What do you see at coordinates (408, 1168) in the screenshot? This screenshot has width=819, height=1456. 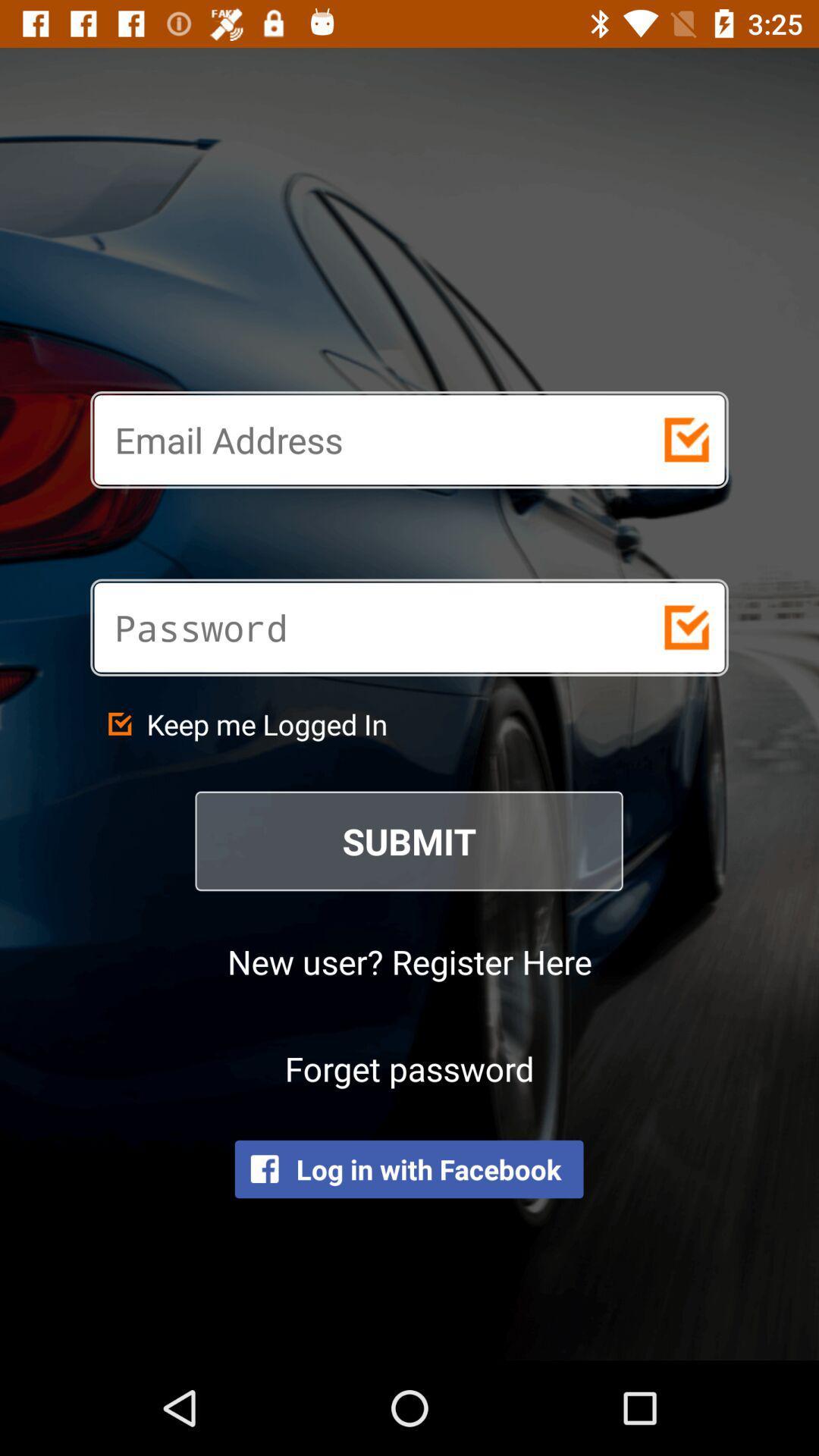 I see `the log in with` at bounding box center [408, 1168].